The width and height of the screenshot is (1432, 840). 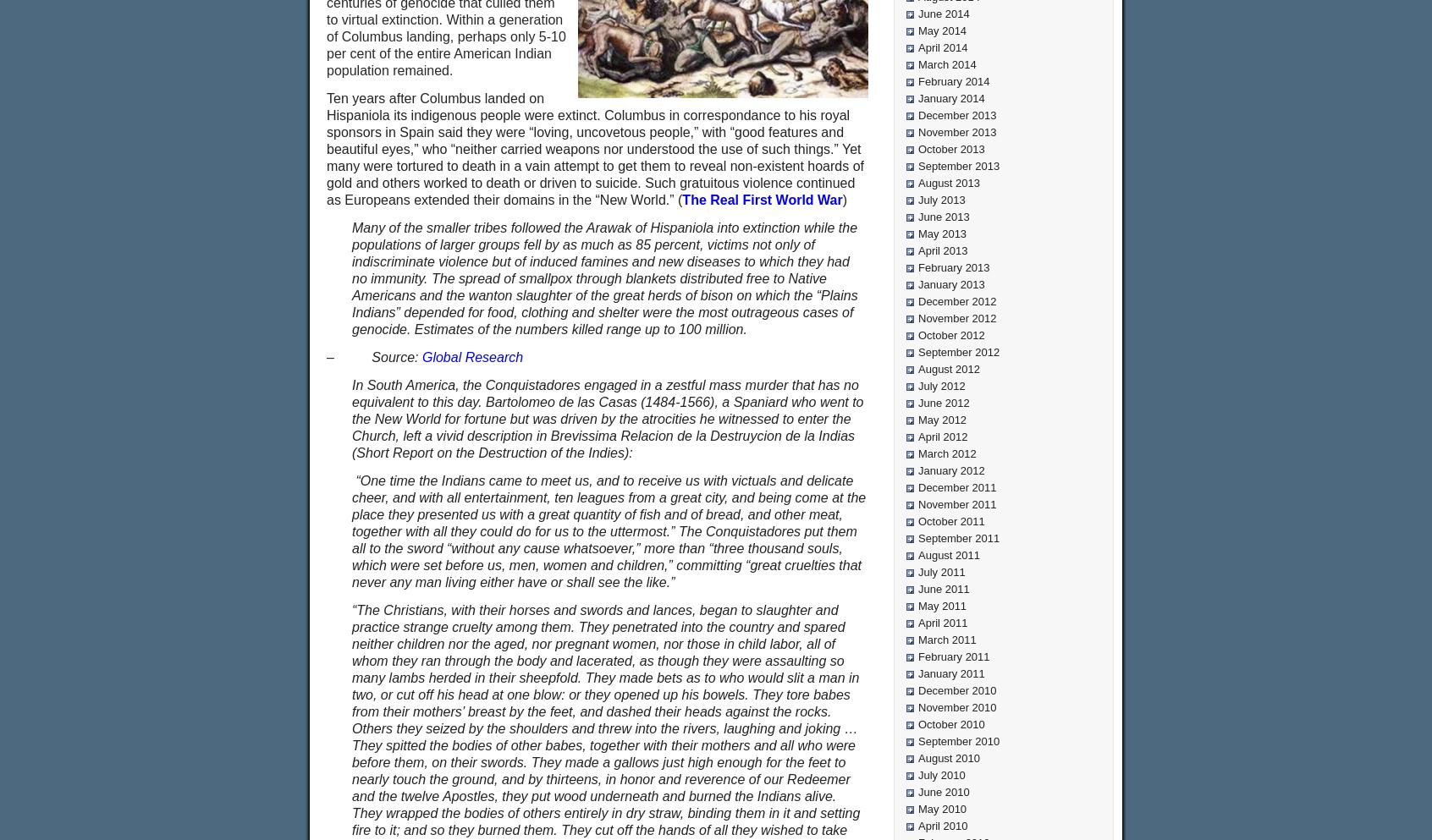 I want to click on 'August 2012', so click(x=949, y=369).